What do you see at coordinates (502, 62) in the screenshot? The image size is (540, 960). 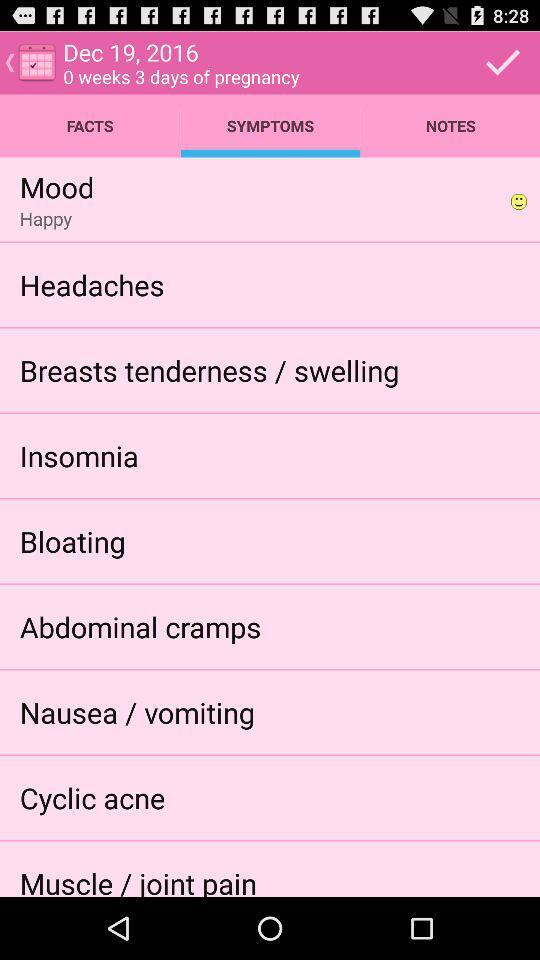 I see `the item above the notes` at bounding box center [502, 62].